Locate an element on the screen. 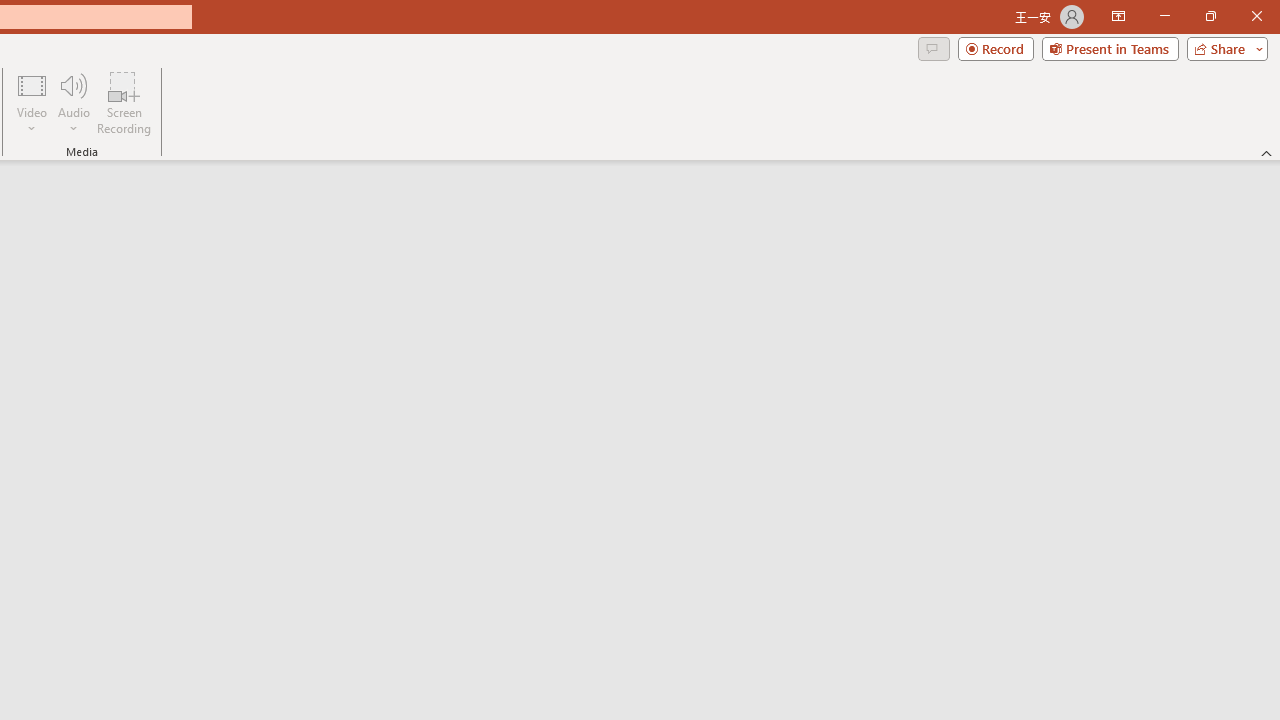 This screenshot has height=720, width=1280. 'Video' is located at coordinates (32, 103).